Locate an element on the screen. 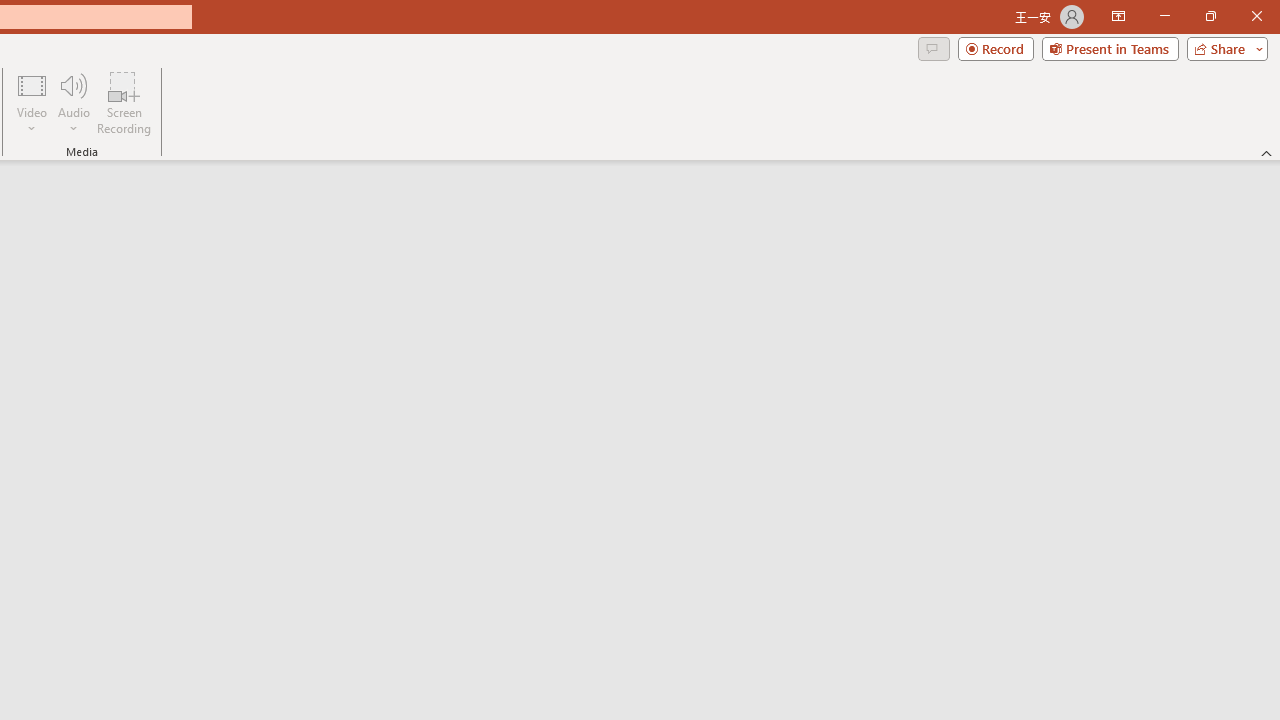 This screenshot has height=720, width=1280. 'Video' is located at coordinates (32, 103).